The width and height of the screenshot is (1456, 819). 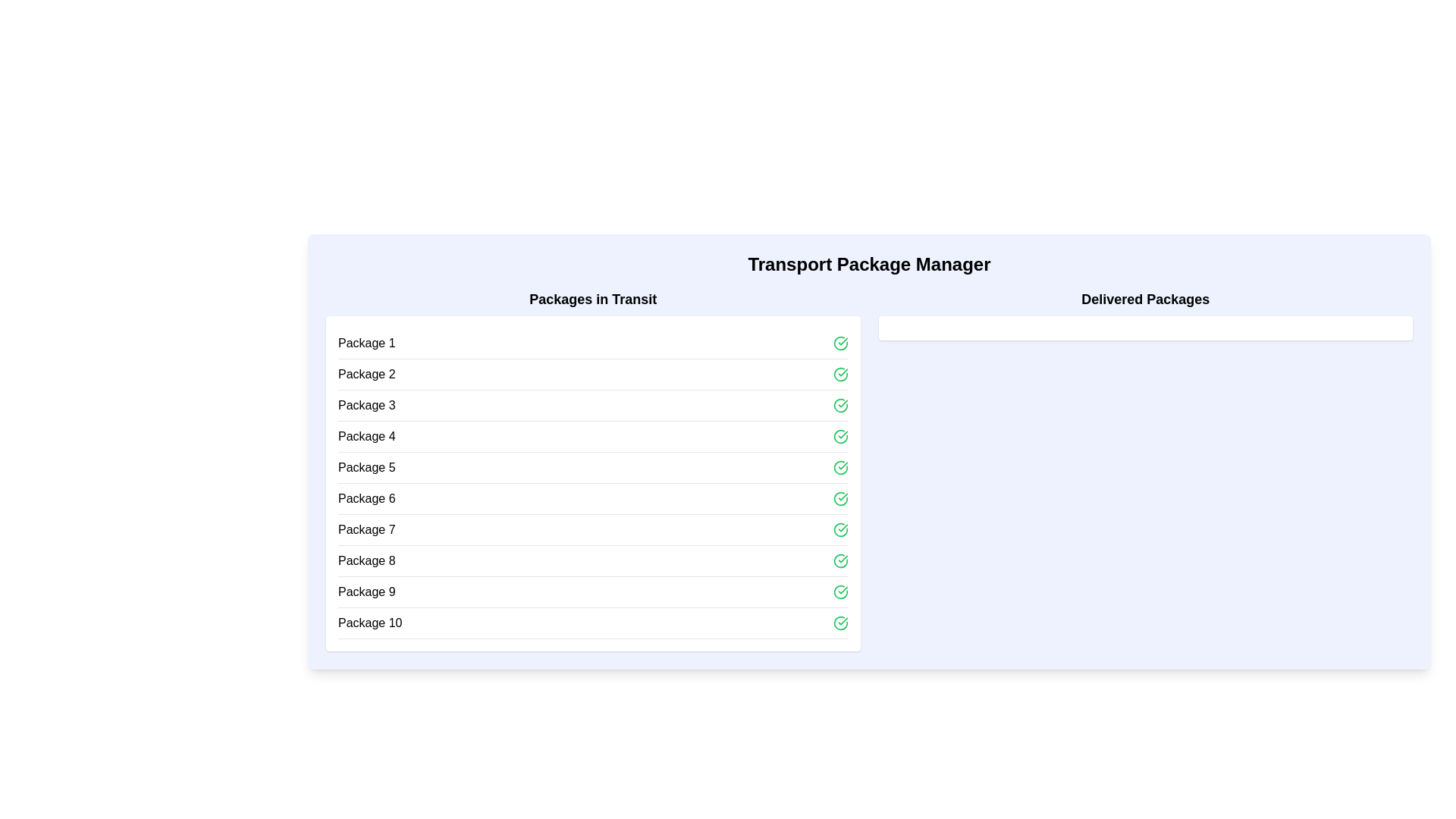 What do you see at coordinates (592, 623) in the screenshot?
I see `the last list item representing 'Package 10' in the 'Packages in Transit' column` at bounding box center [592, 623].